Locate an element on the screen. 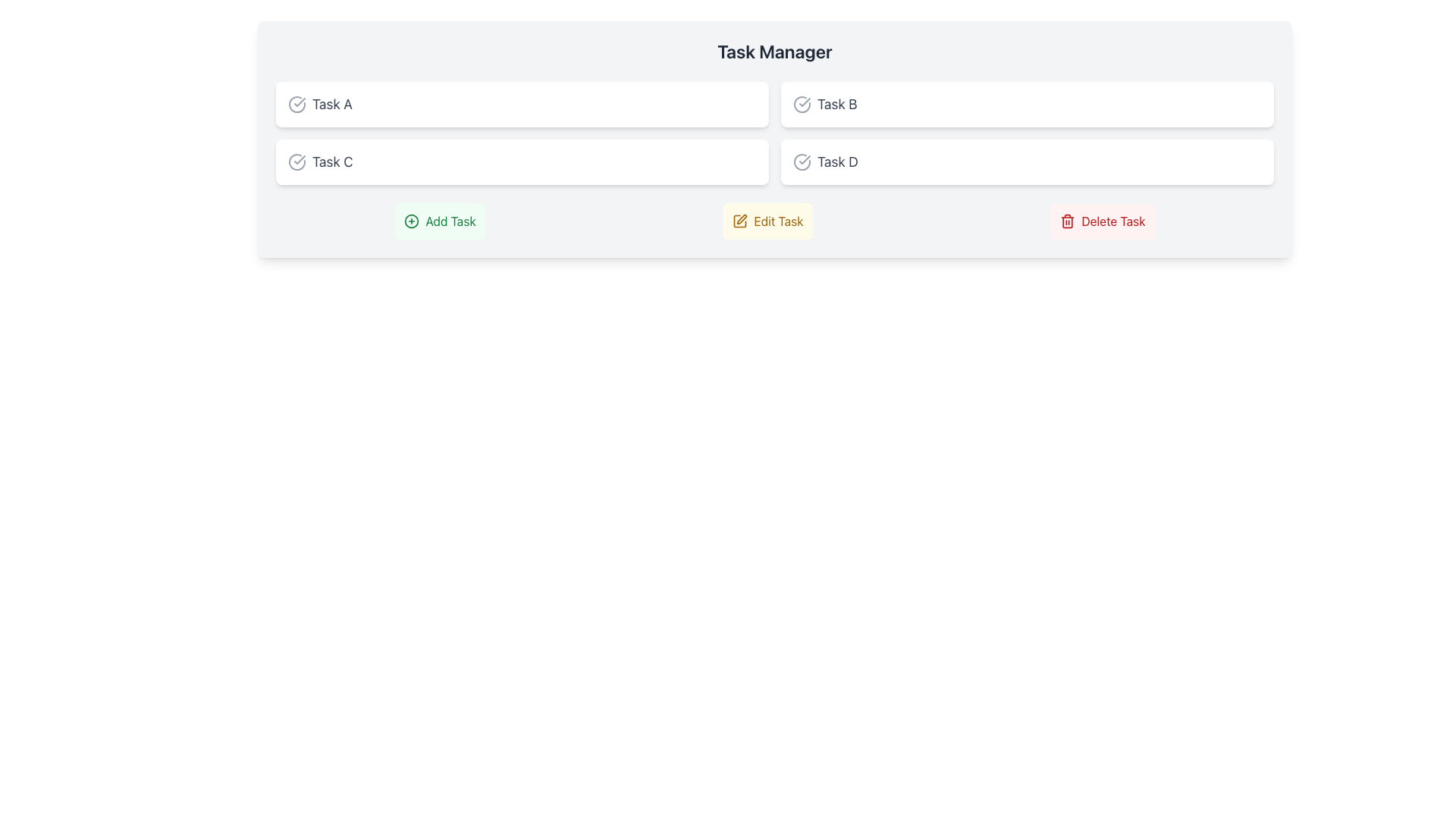 This screenshot has width=1456, height=819. on the text label representing the title of the first task card in the task list, which is aligned is located at coordinates (331, 104).